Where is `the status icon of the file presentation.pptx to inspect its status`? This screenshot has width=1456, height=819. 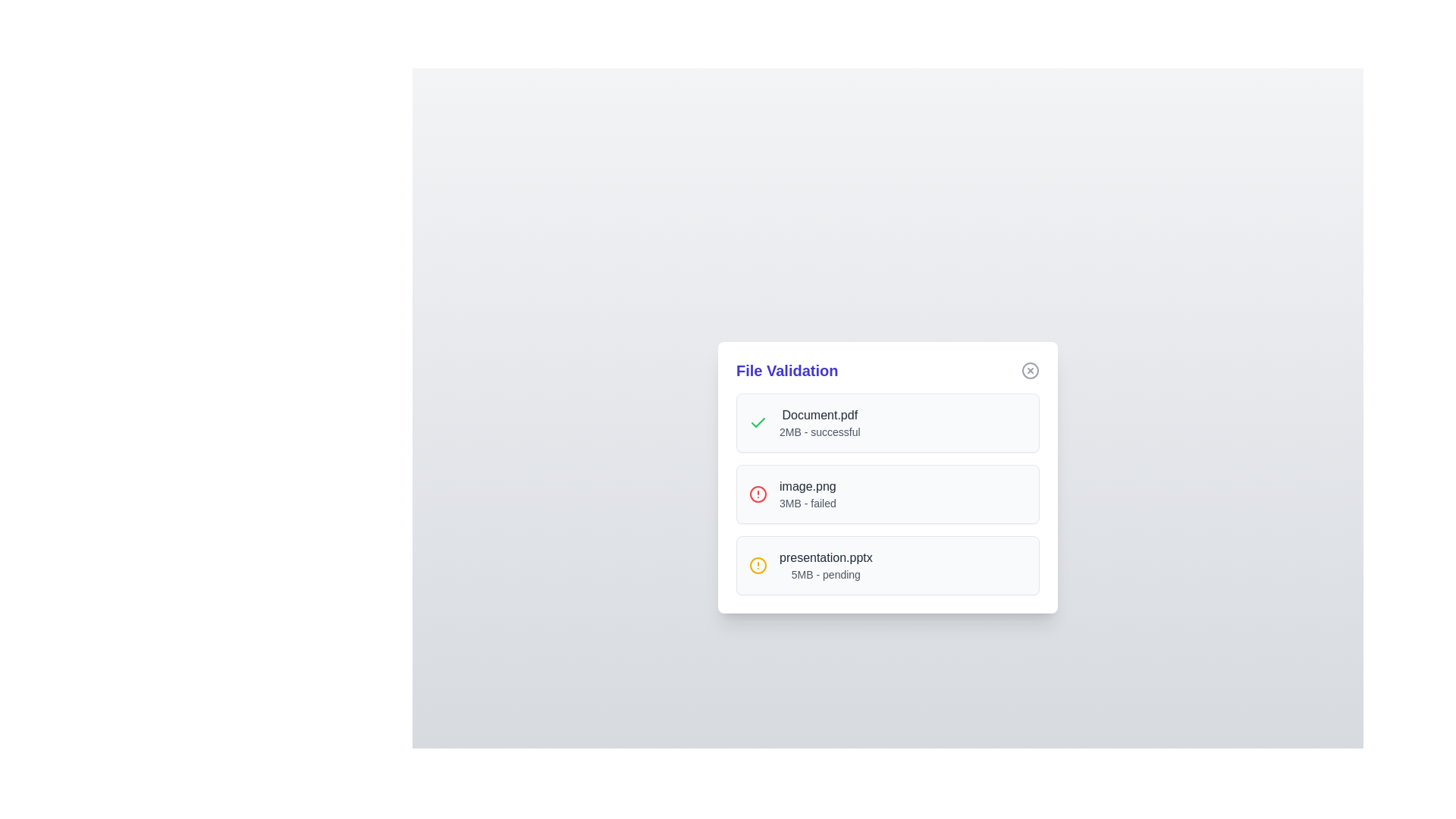 the status icon of the file presentation.pptx to inspect its status is located at coordinates (758, 565).